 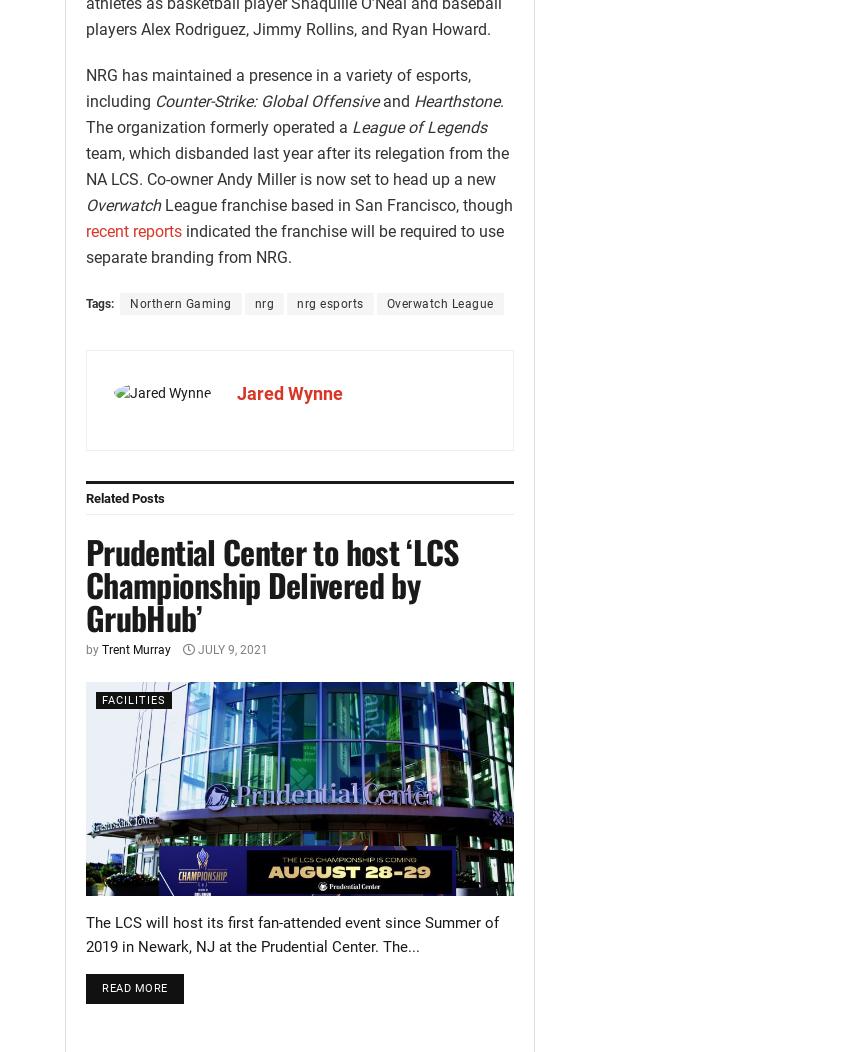 I want to click on 'Posts', so click(x=146, y=497).